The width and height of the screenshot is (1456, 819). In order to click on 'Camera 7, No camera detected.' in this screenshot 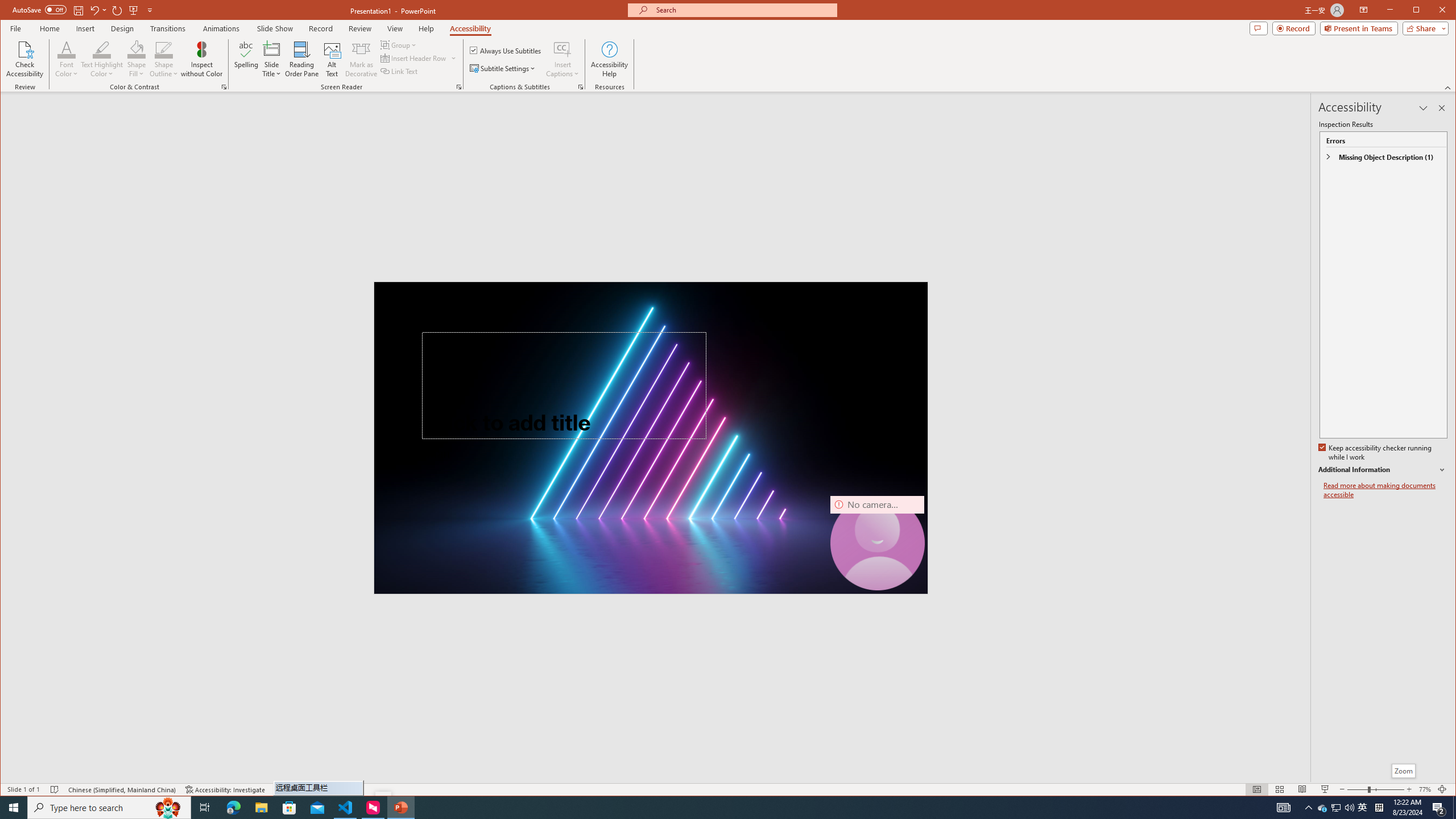, I will do `click(877, 542)`.